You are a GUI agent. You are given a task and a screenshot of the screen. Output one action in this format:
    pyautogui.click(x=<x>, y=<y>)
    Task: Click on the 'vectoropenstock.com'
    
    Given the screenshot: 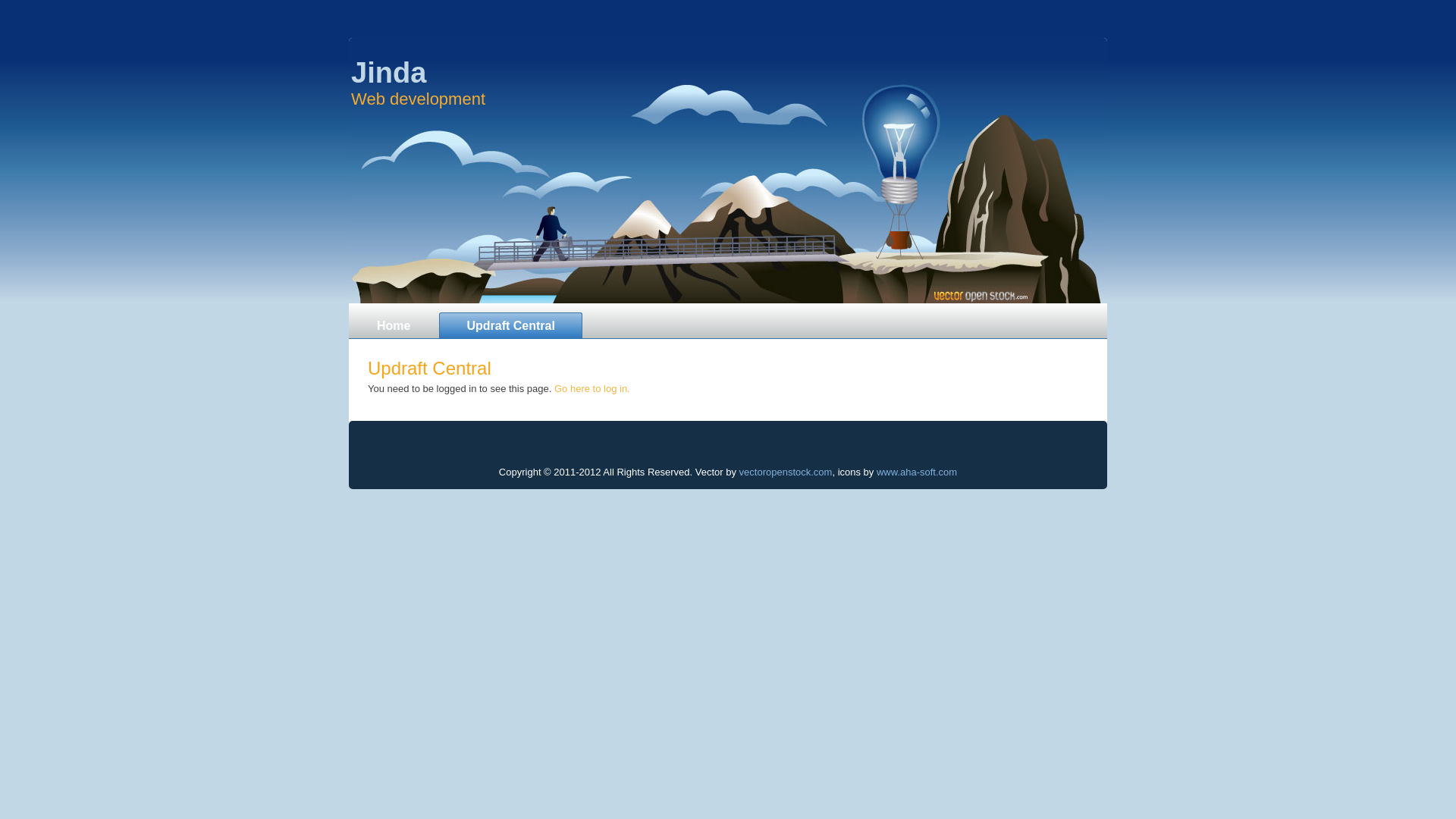 What is the action you would take?
    pyautogui.click(x=739, y=471)
    